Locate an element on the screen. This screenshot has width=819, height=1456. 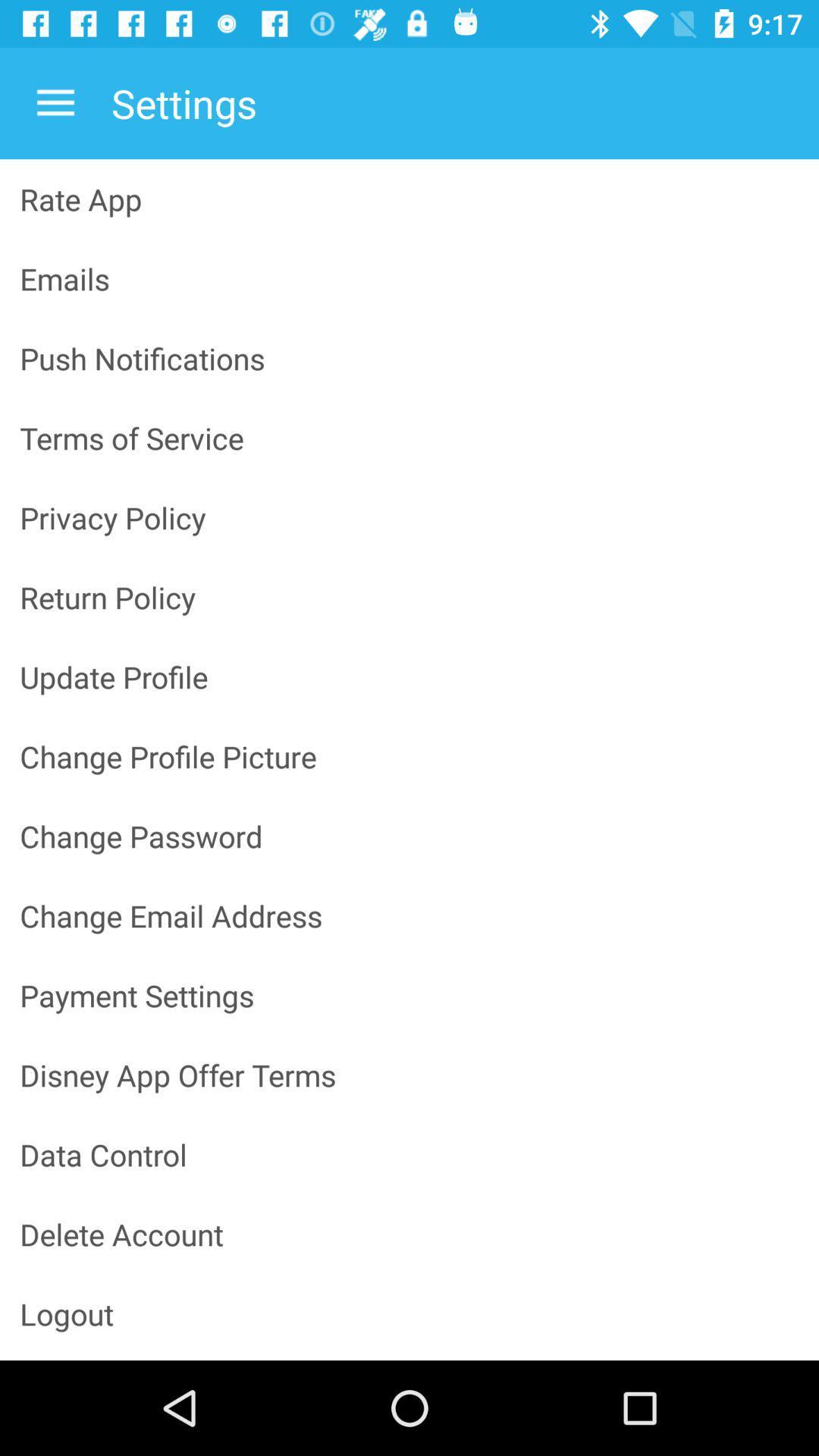
icon above the logout item is located at coordinates (409, 1234).